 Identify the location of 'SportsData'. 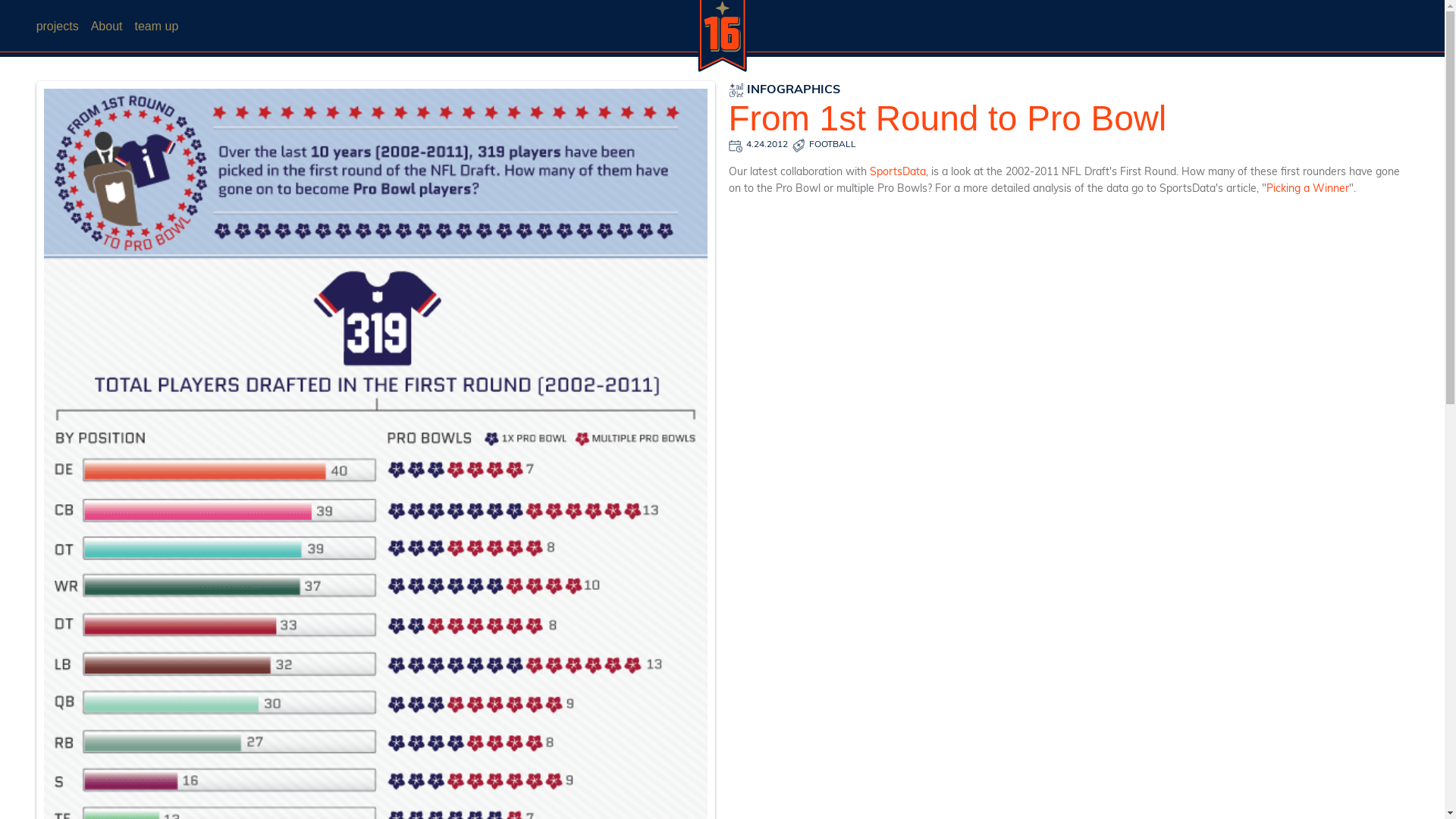
(896, 171).